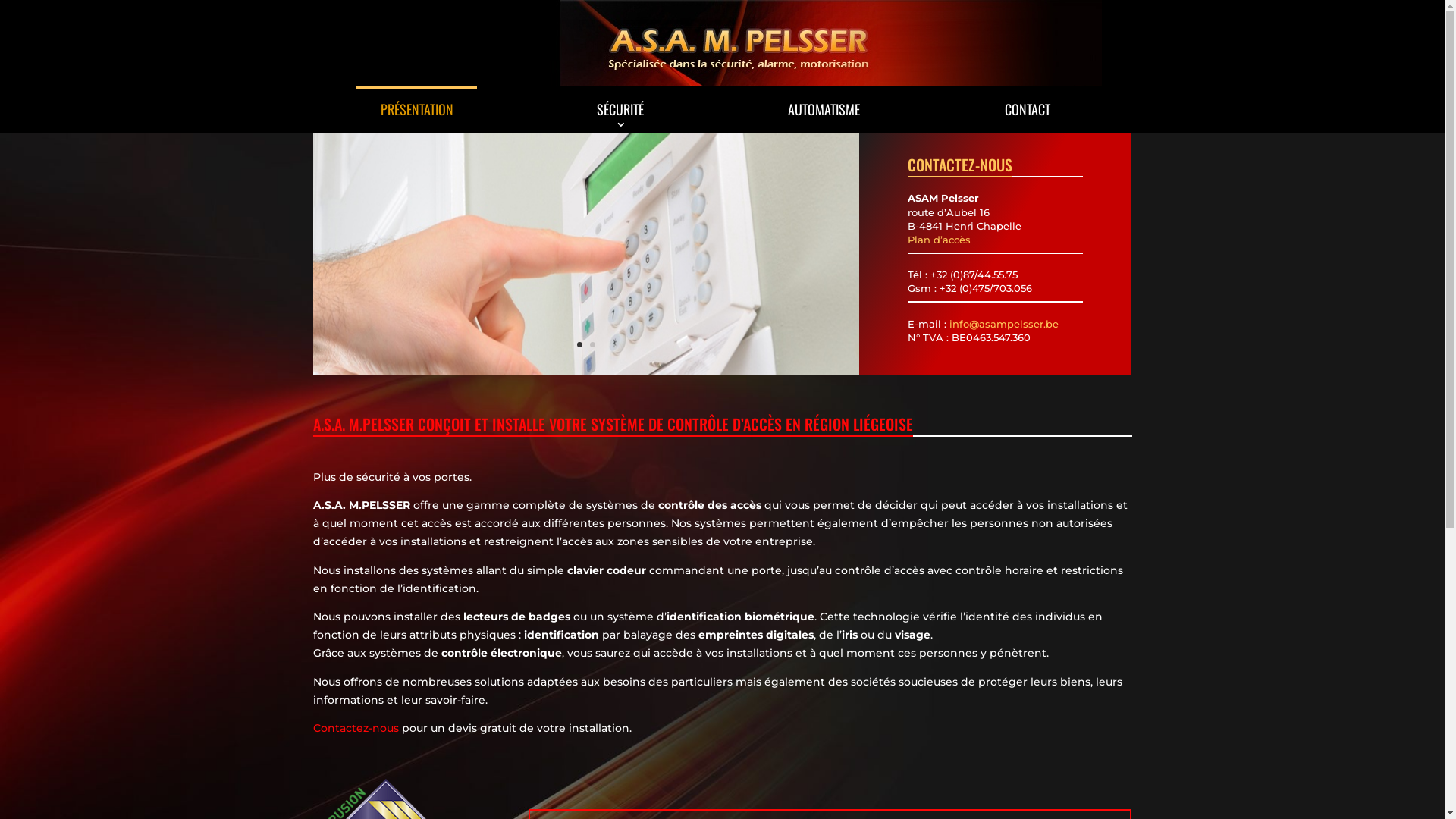  I want to click on 'CONTACT', so click(1028, 108).